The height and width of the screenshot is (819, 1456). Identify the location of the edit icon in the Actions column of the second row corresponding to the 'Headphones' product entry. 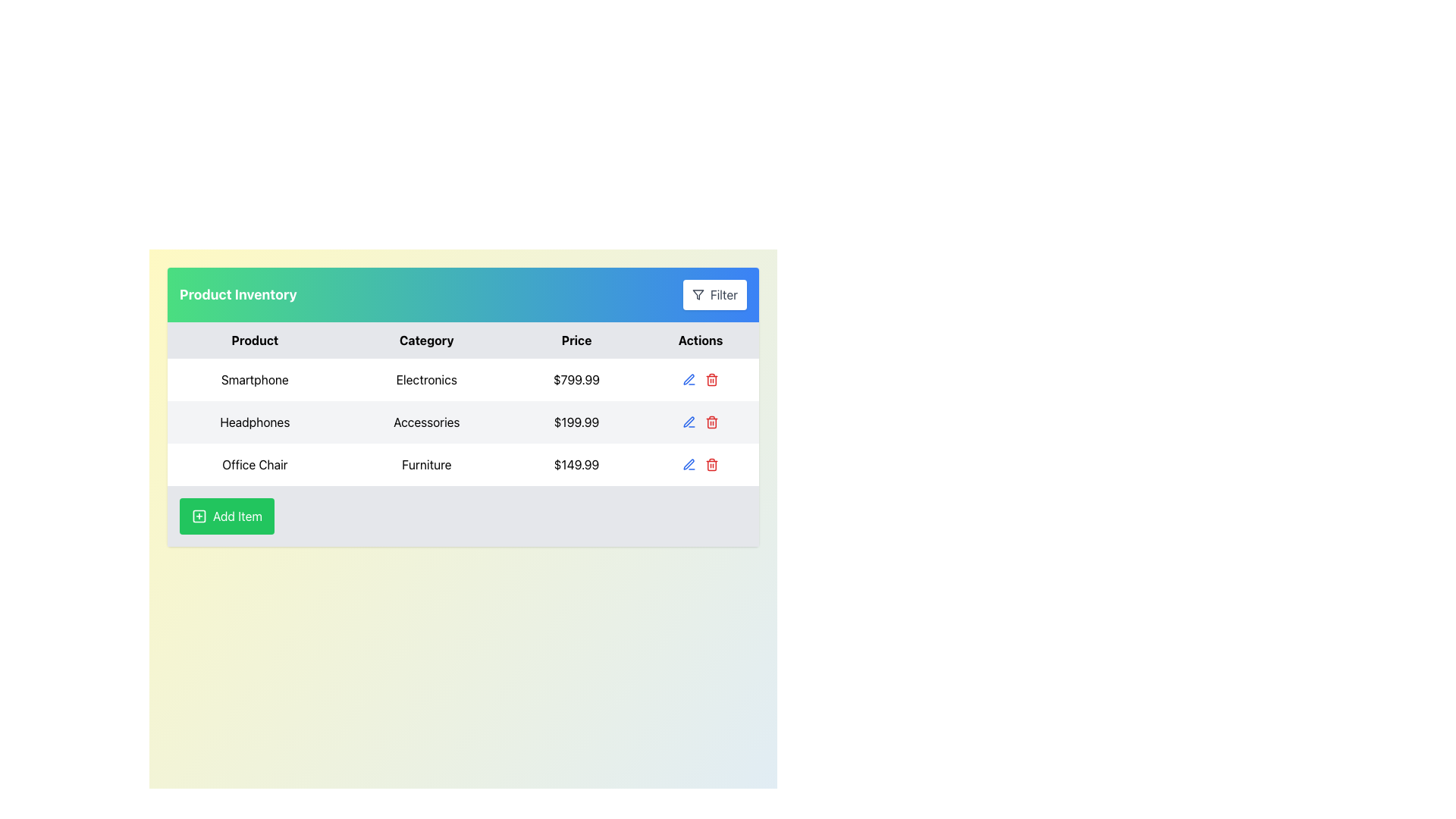
(688, 422).